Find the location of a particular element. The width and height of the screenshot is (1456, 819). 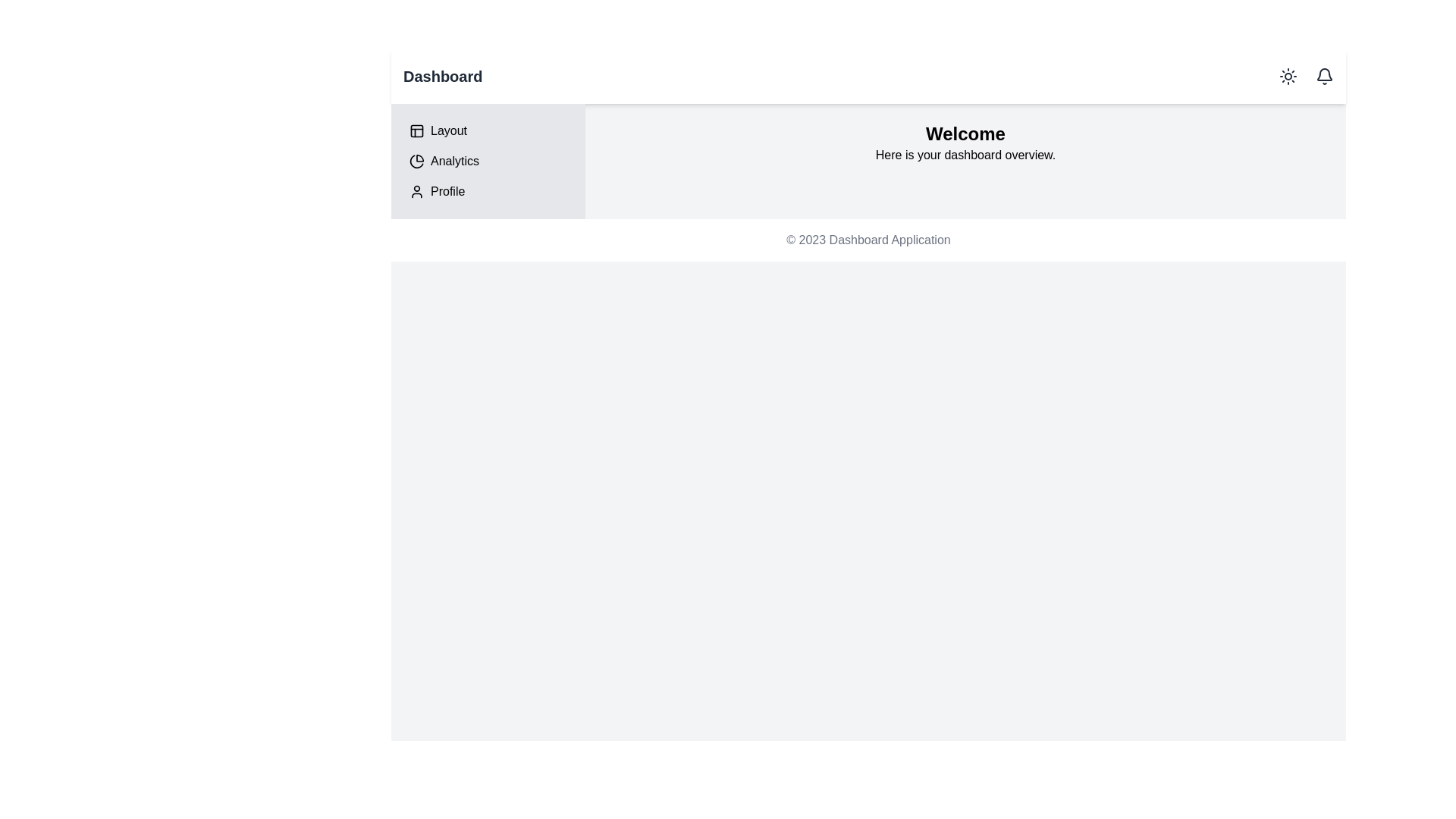

the profile menu icon located to the left of the 'Profile' label is located at coordinates (417, 191).